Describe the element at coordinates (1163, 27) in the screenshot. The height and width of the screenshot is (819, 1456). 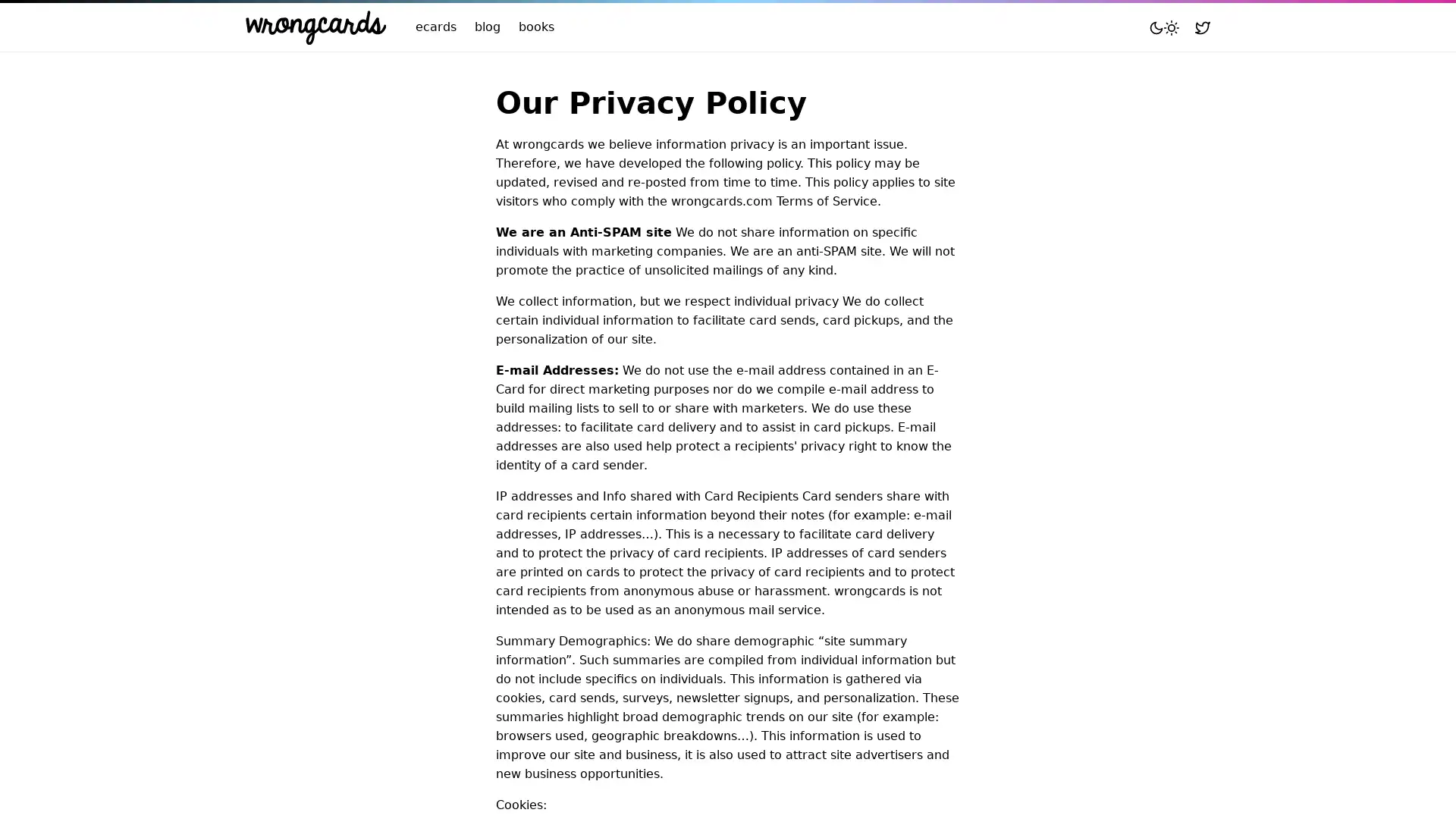
I see `Toggle mode` at that location.